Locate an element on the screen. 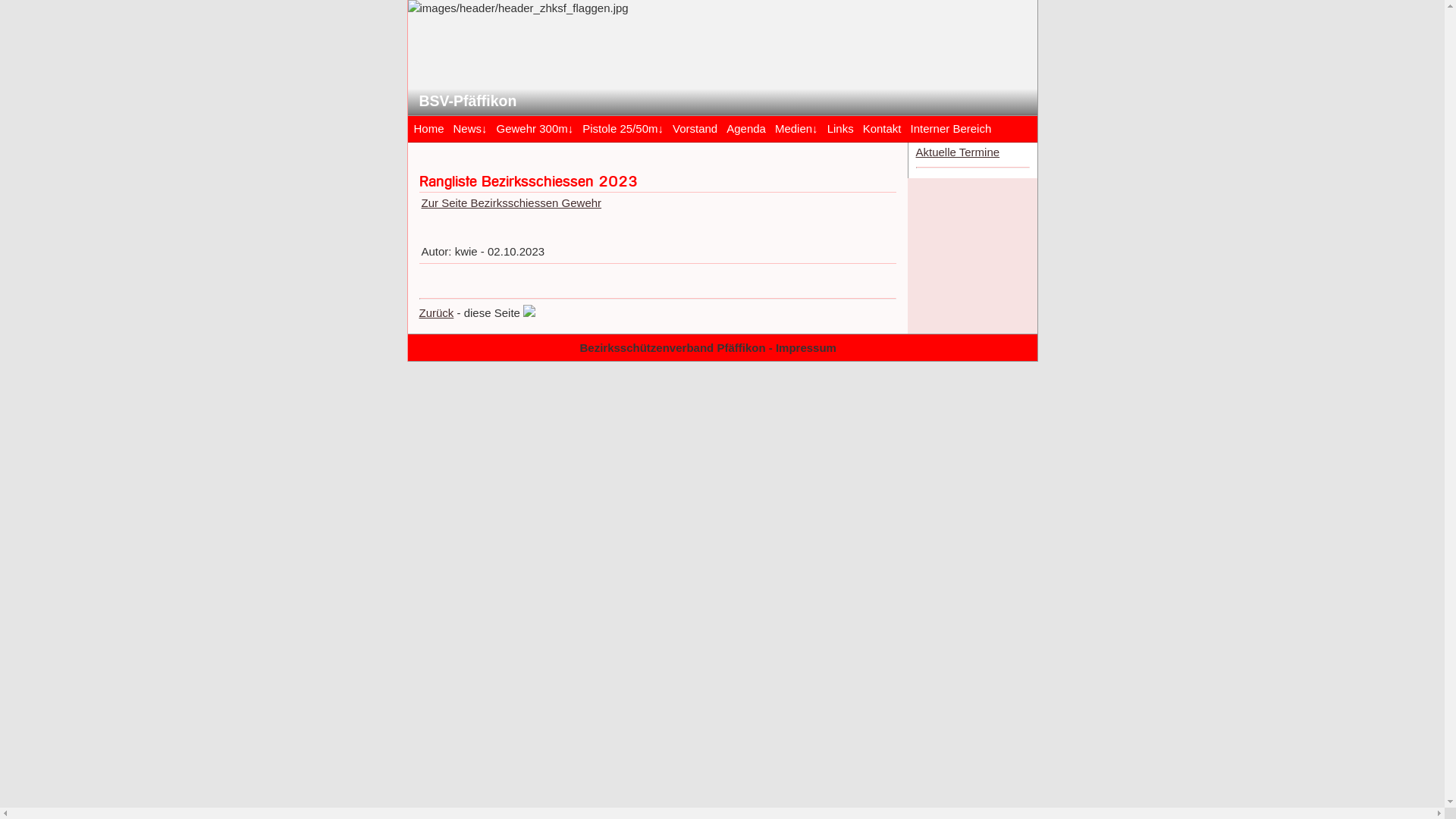 The width and height of the screenshot is (1456, 819). 'Agenda' is located at coordinates (720, 127).